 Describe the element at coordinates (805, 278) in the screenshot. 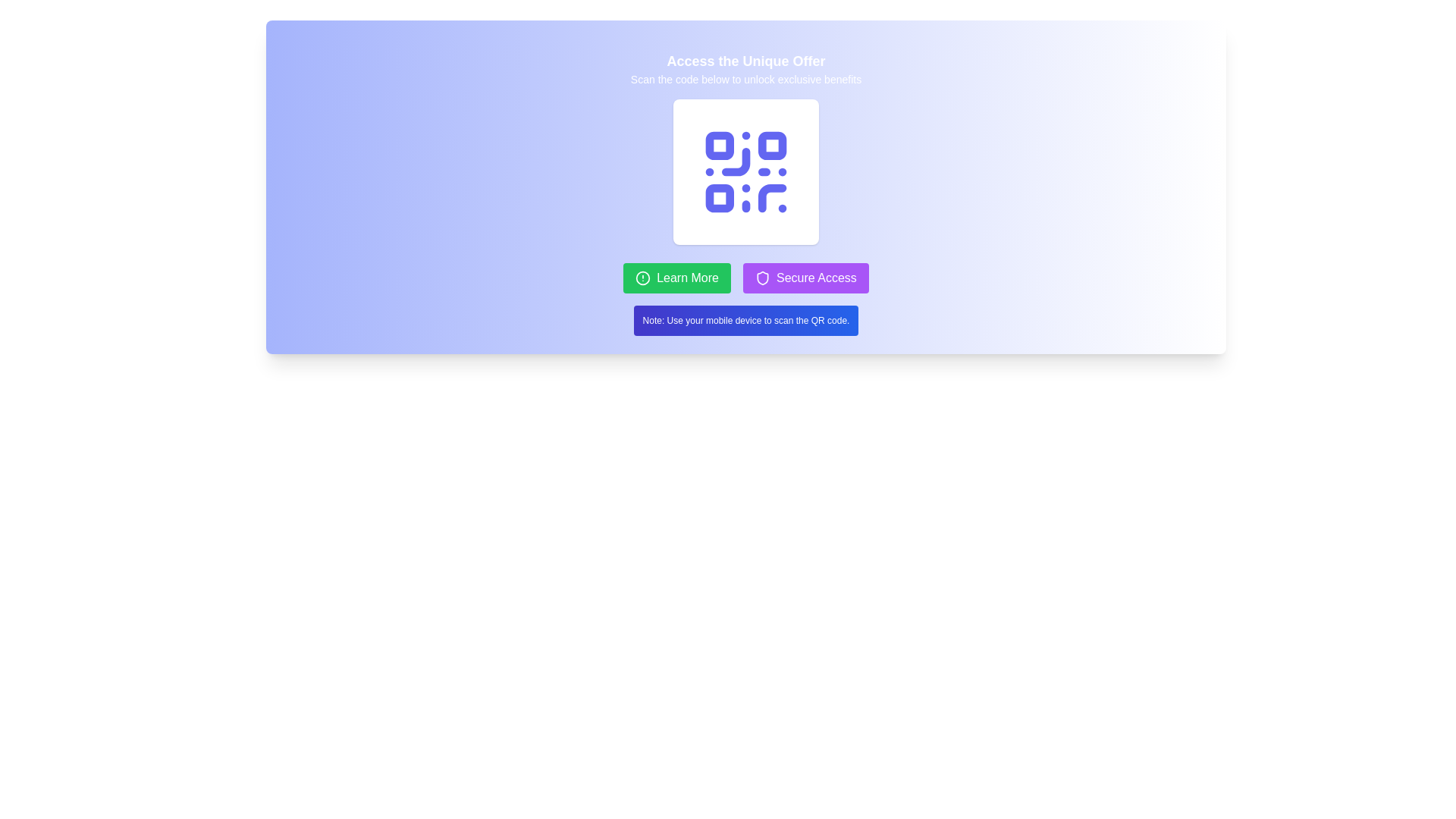

I see `the secure access button located beneath the central QR code, positioned to the right of the 'Learn More' button` at that location.